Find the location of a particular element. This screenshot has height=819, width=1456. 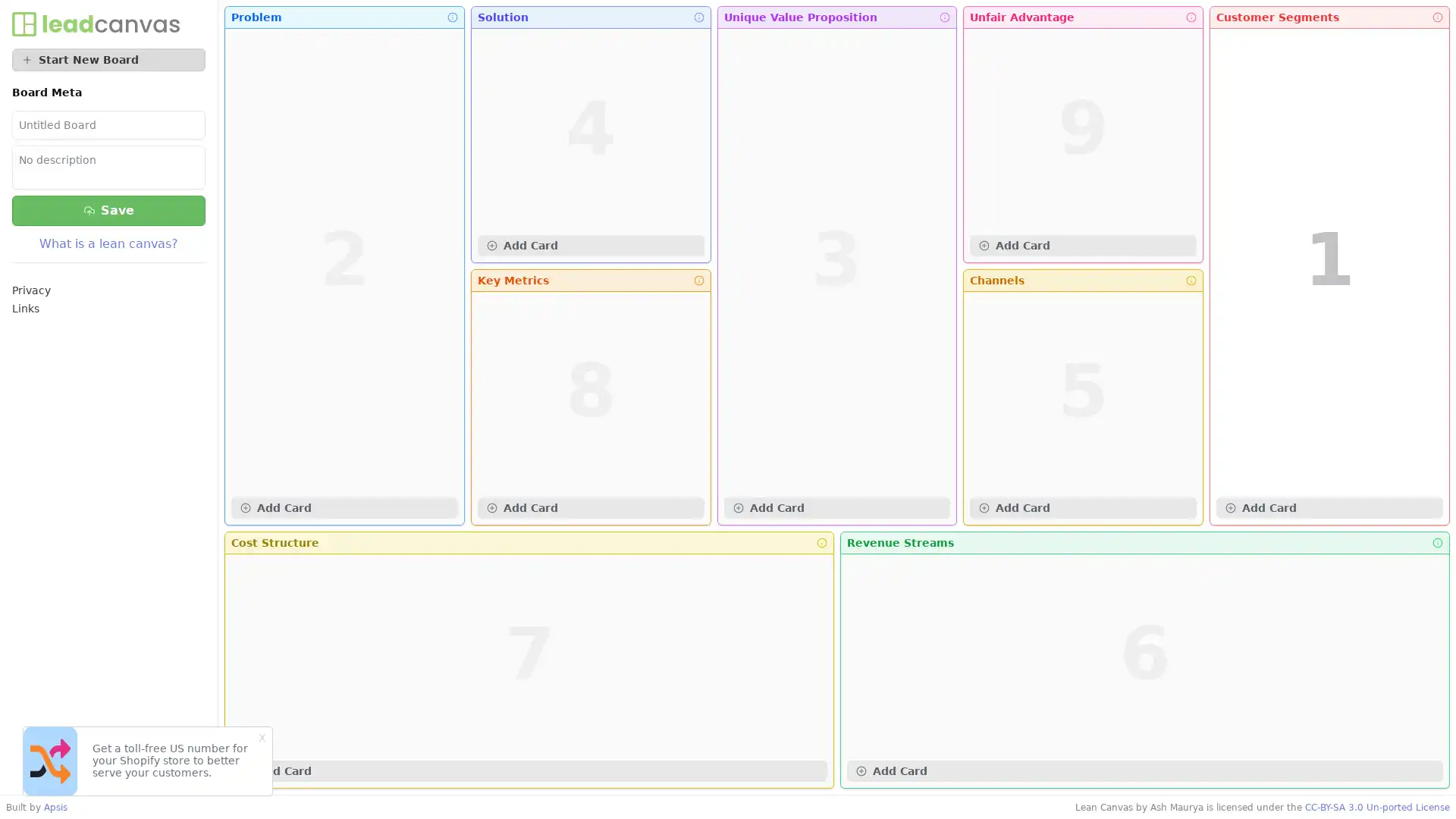

Add Card is located at coordinates (1145, 771).